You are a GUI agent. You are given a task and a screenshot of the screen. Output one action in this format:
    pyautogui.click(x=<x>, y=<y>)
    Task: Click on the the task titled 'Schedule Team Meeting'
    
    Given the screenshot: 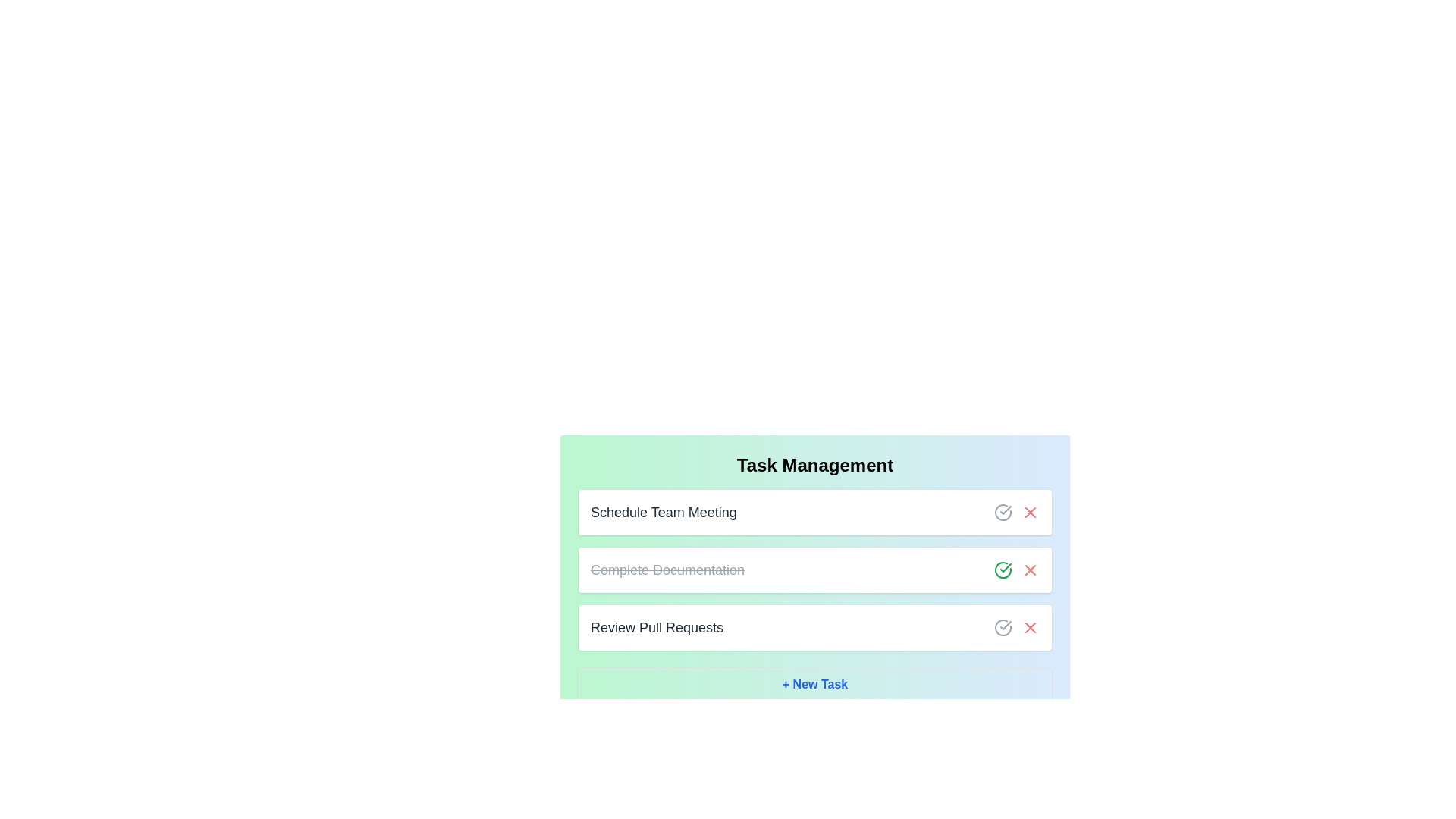 What is the action you would take?
    pyautogui.click(x=663, y=512)
    